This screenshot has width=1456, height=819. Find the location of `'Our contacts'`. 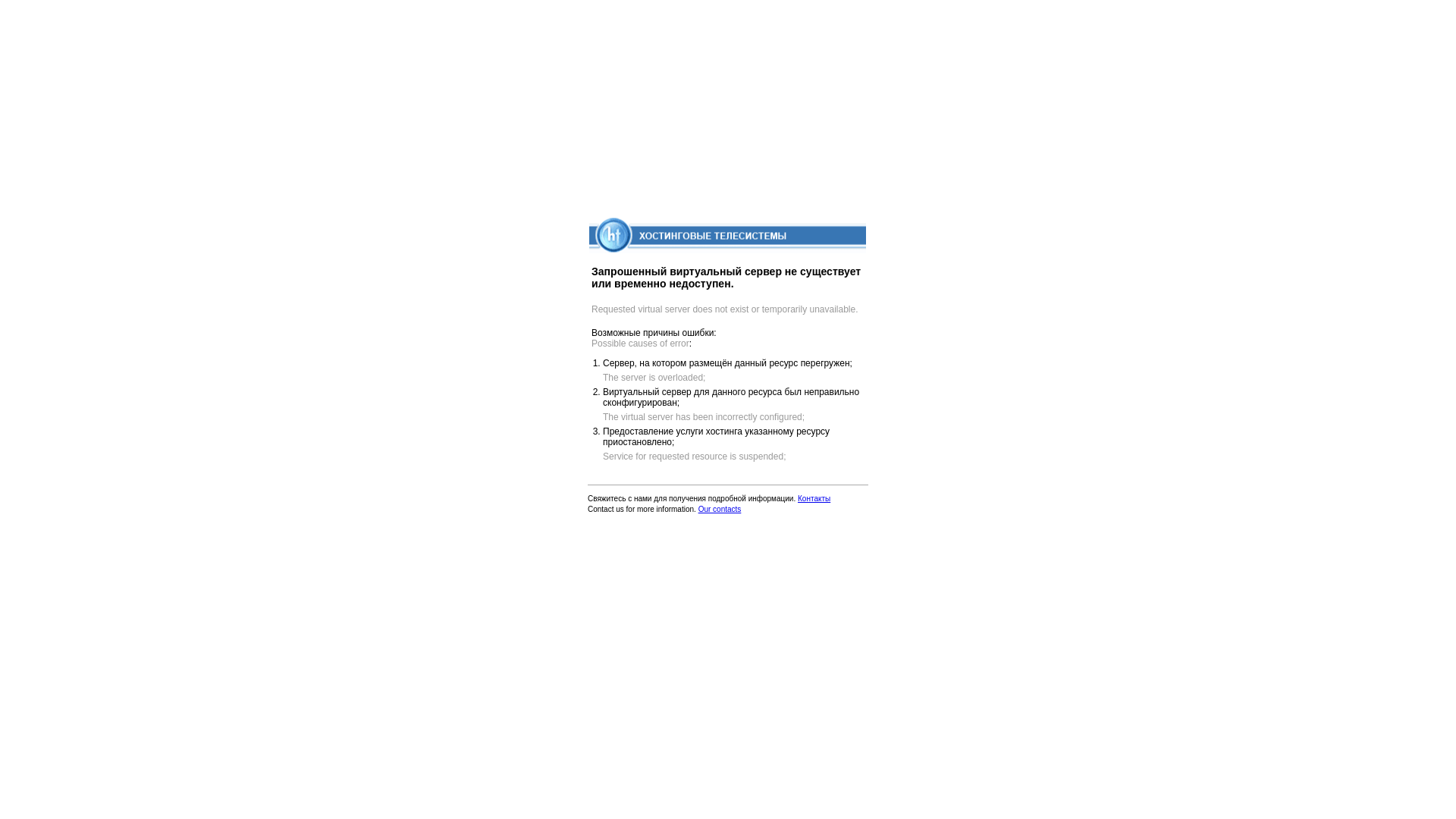

'Our contacts' is located at coordinates (719, 509).